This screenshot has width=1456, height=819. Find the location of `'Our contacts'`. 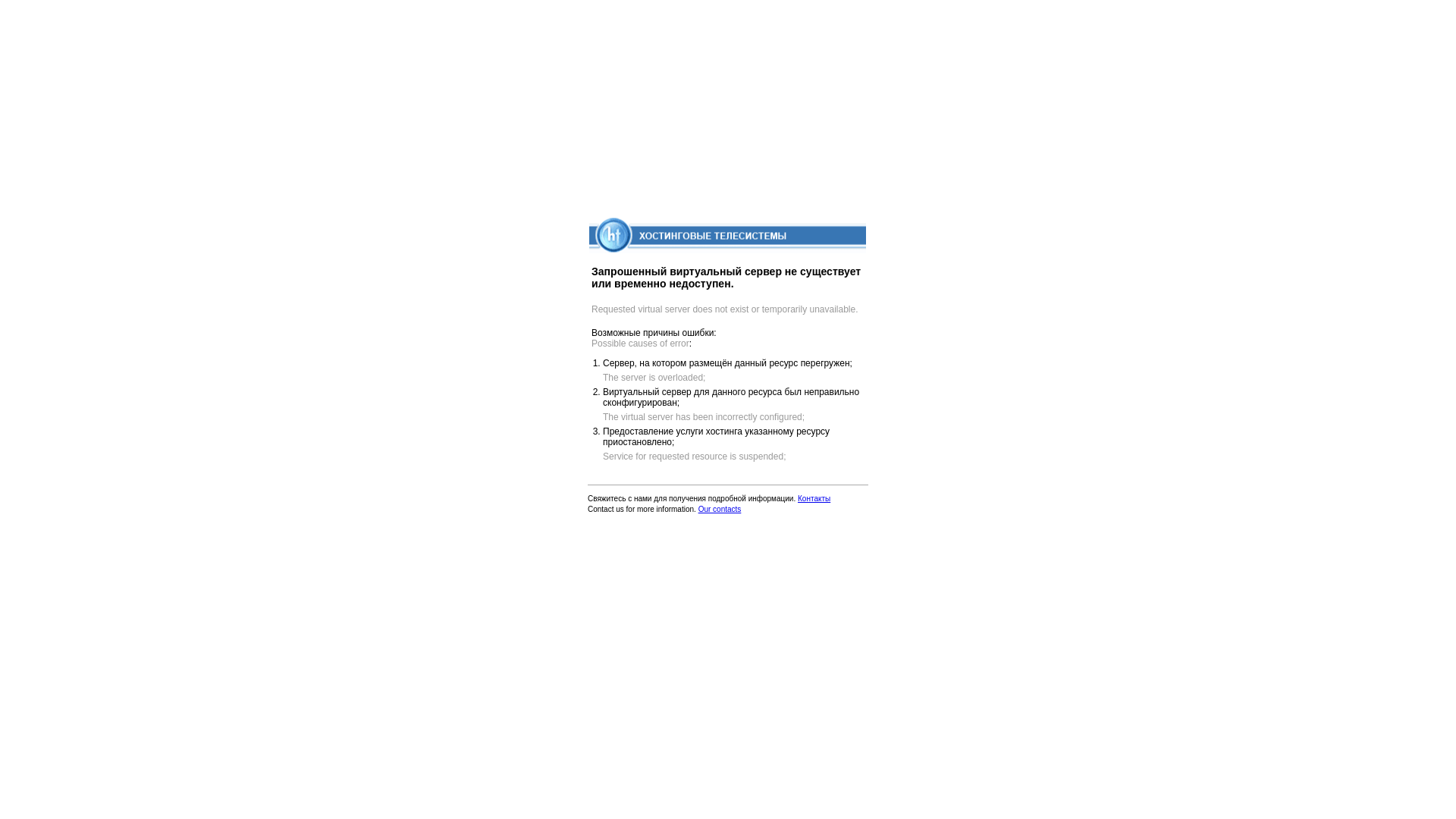

'Our contacts' is located at coordinates (719, 509).